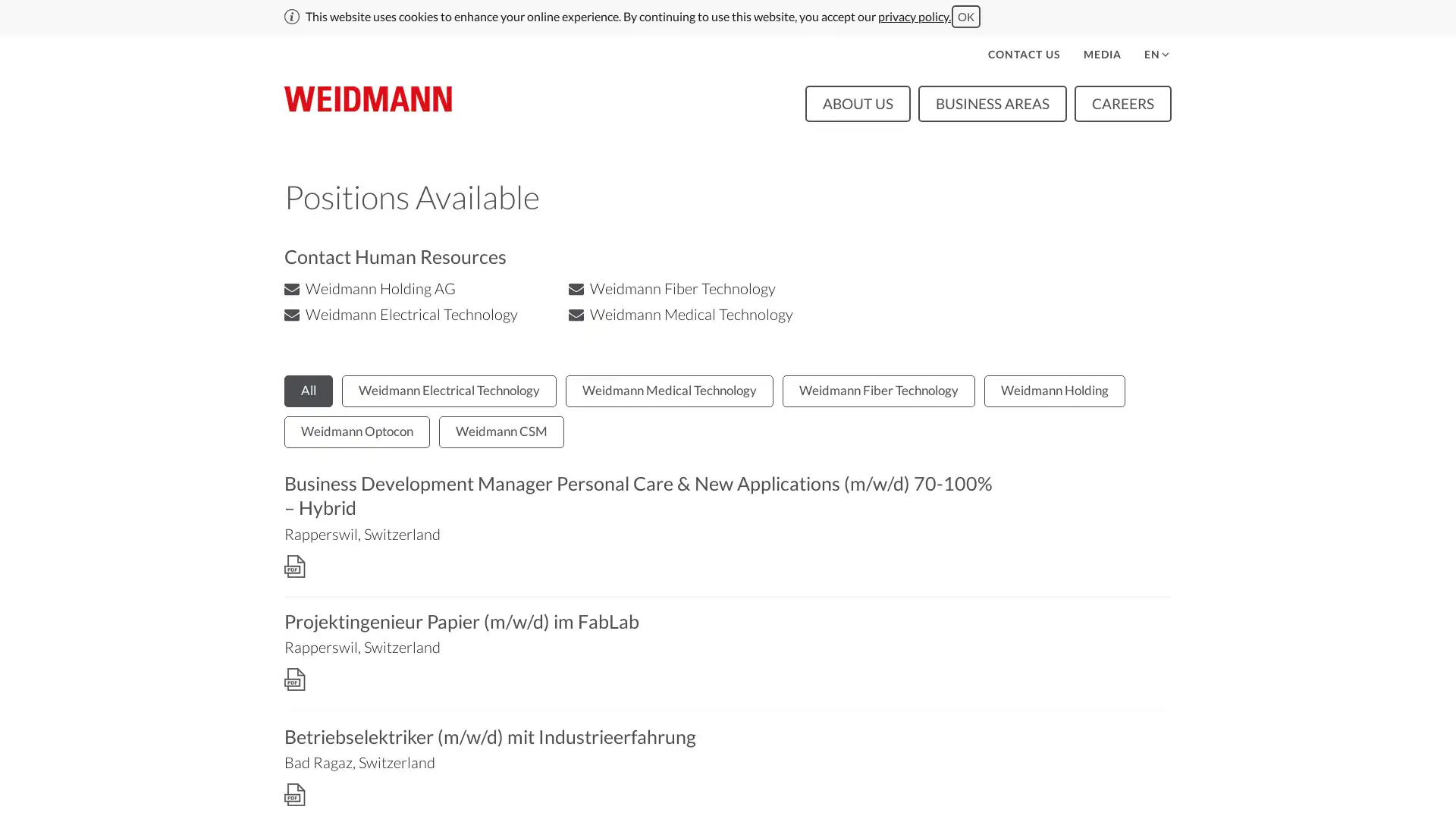  Describe the element at coordinates (878, 356) in the screenshot. I see `Weidmann Fiber Technology` at that location.